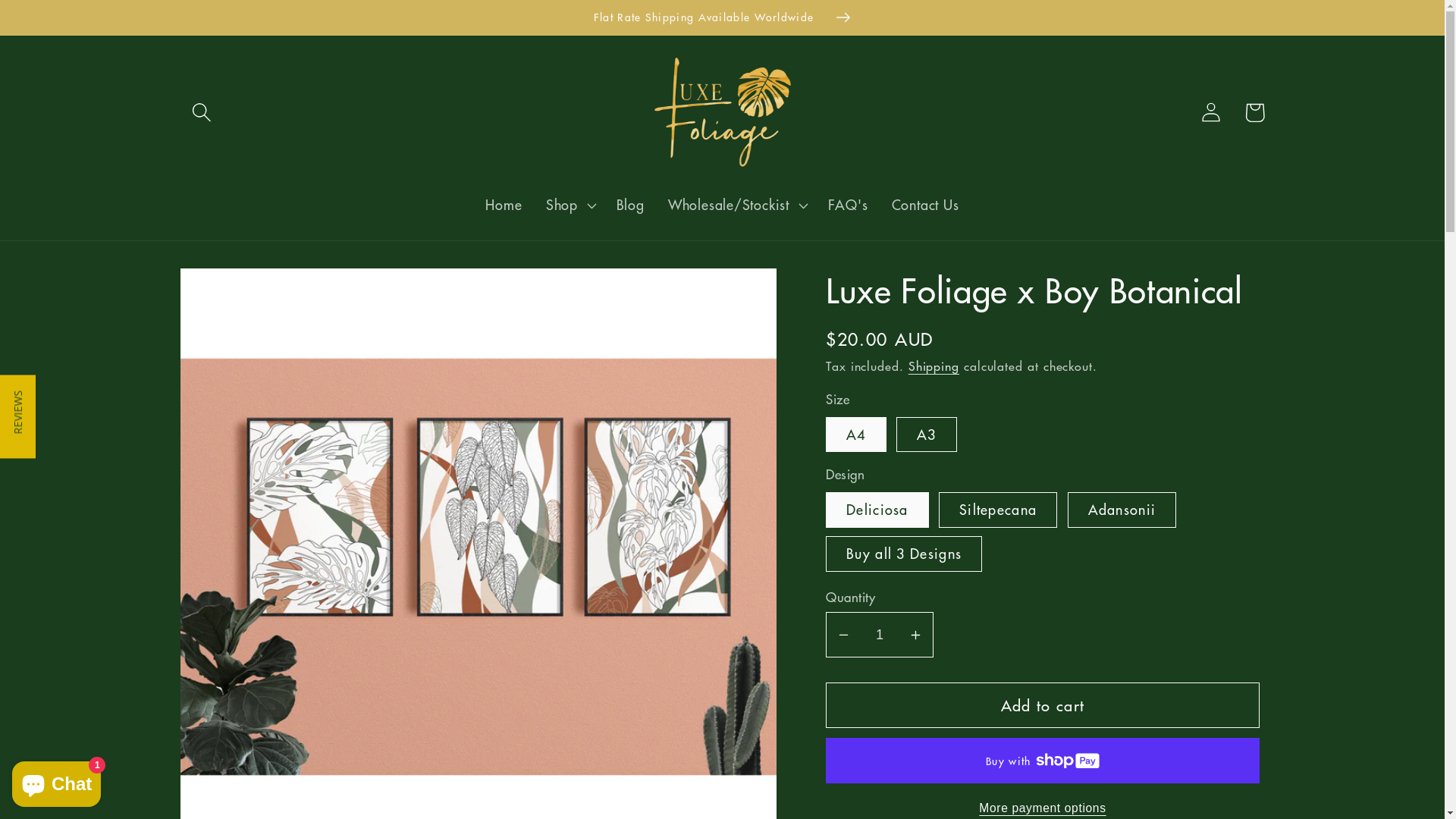 Image resolution: width=1456 pixels, height=819 pixels. What do you see at coordinates (924, 205) in the screenshot?
I see `'Contact Us'` at bounding box center [924, 205].